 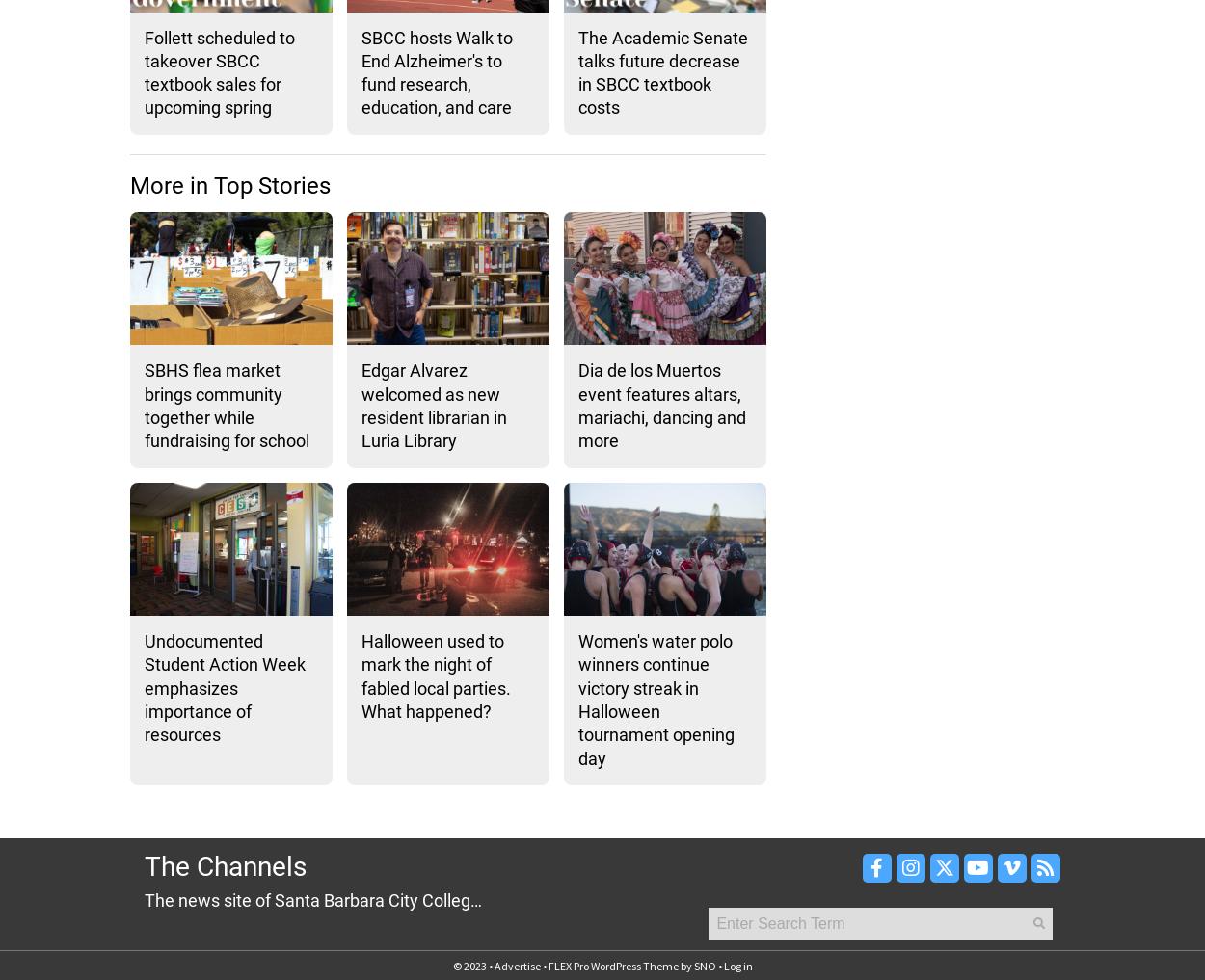 I want to click on 'SBCC hosts Walk to End Alzheimer's to fund research, education, and care', so click(x=436, y=71).